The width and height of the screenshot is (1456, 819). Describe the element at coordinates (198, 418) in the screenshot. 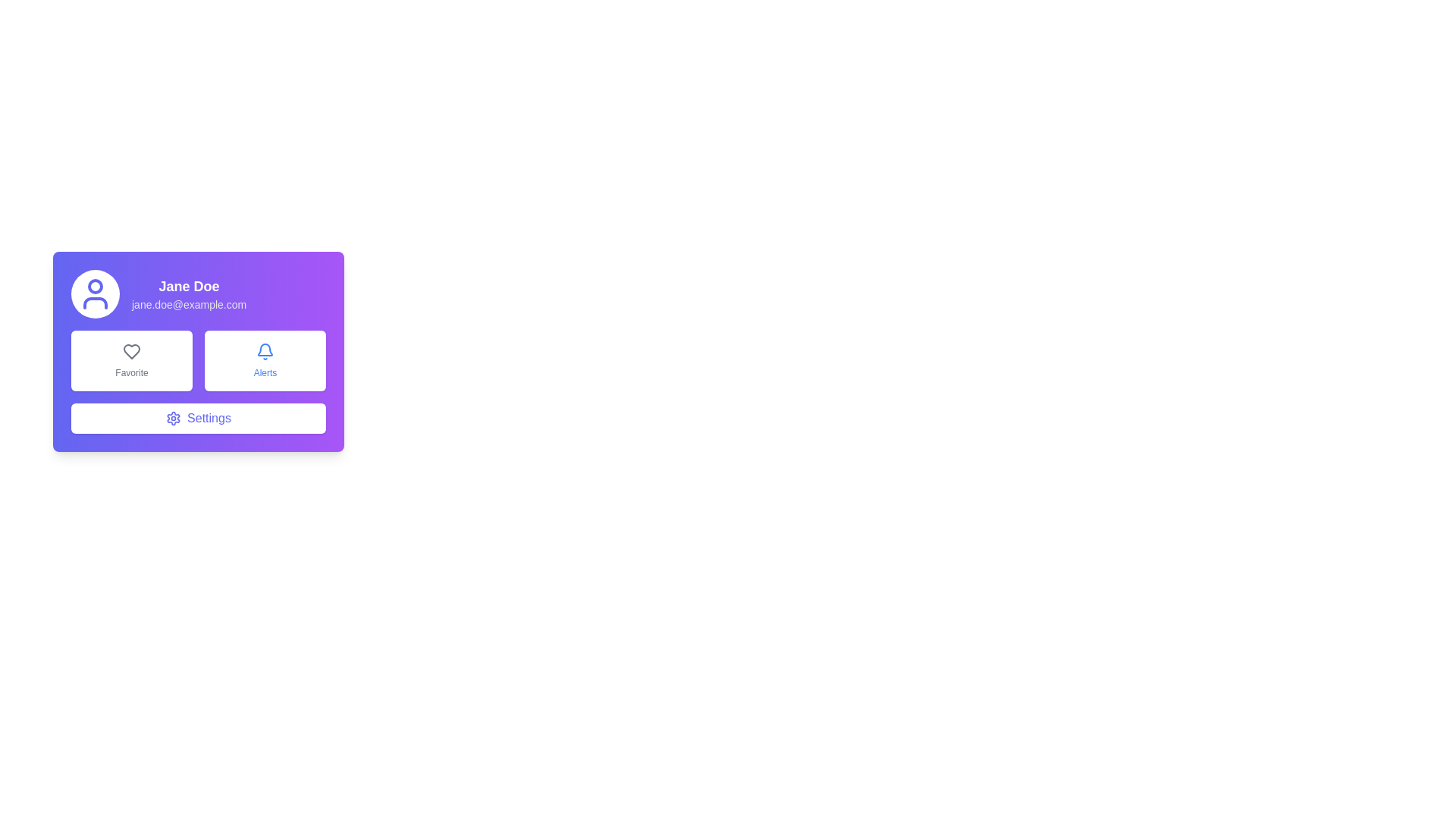

I see `the rectangular button with a white background and blue text reading 'Settings'` at that location.